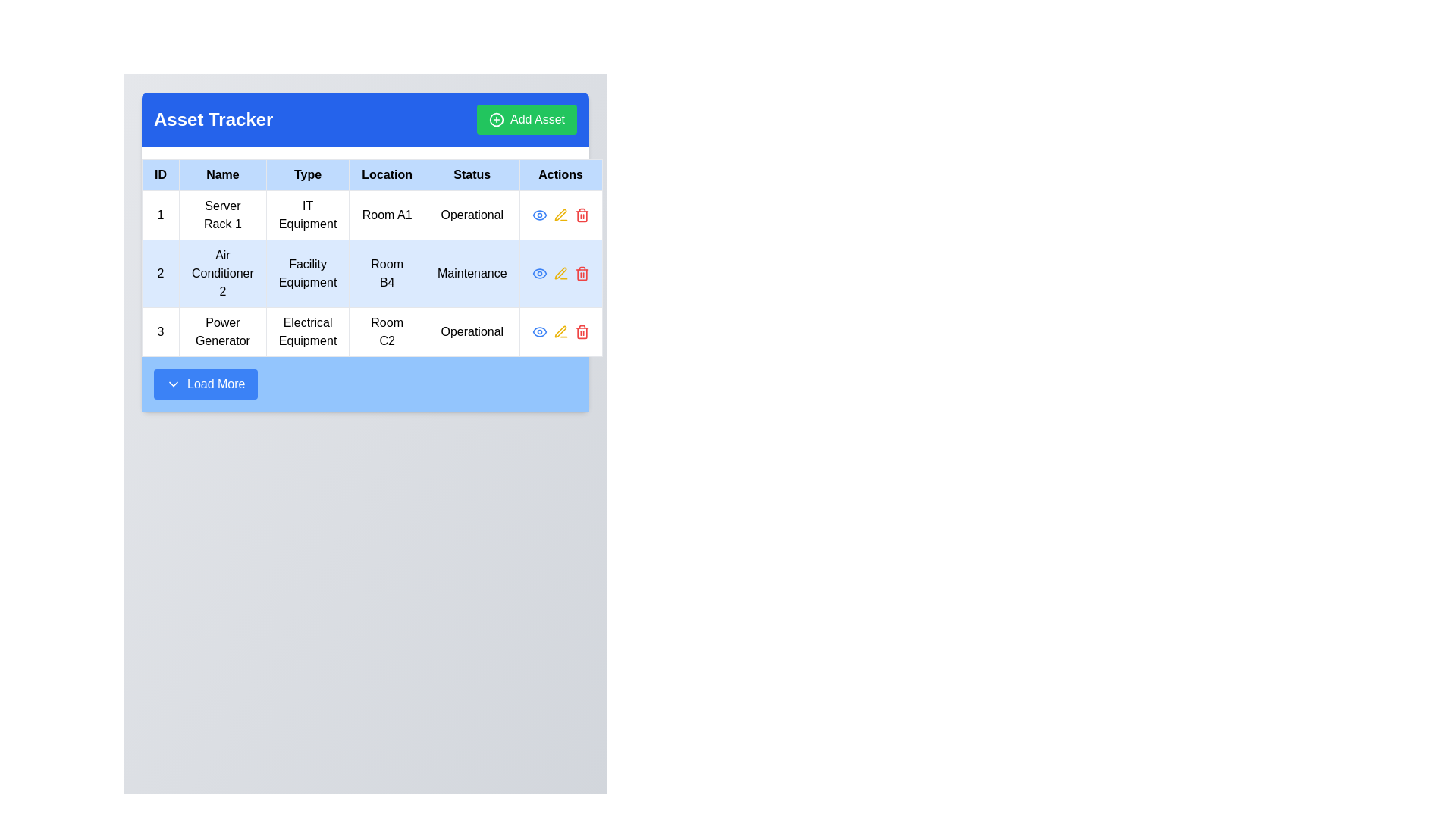 This screenshot has height=819, width=1456. I want to click on the text 'Type' by clicking on the third column header in the table, which indicates the category for the data listed below it, so click(307, 174).